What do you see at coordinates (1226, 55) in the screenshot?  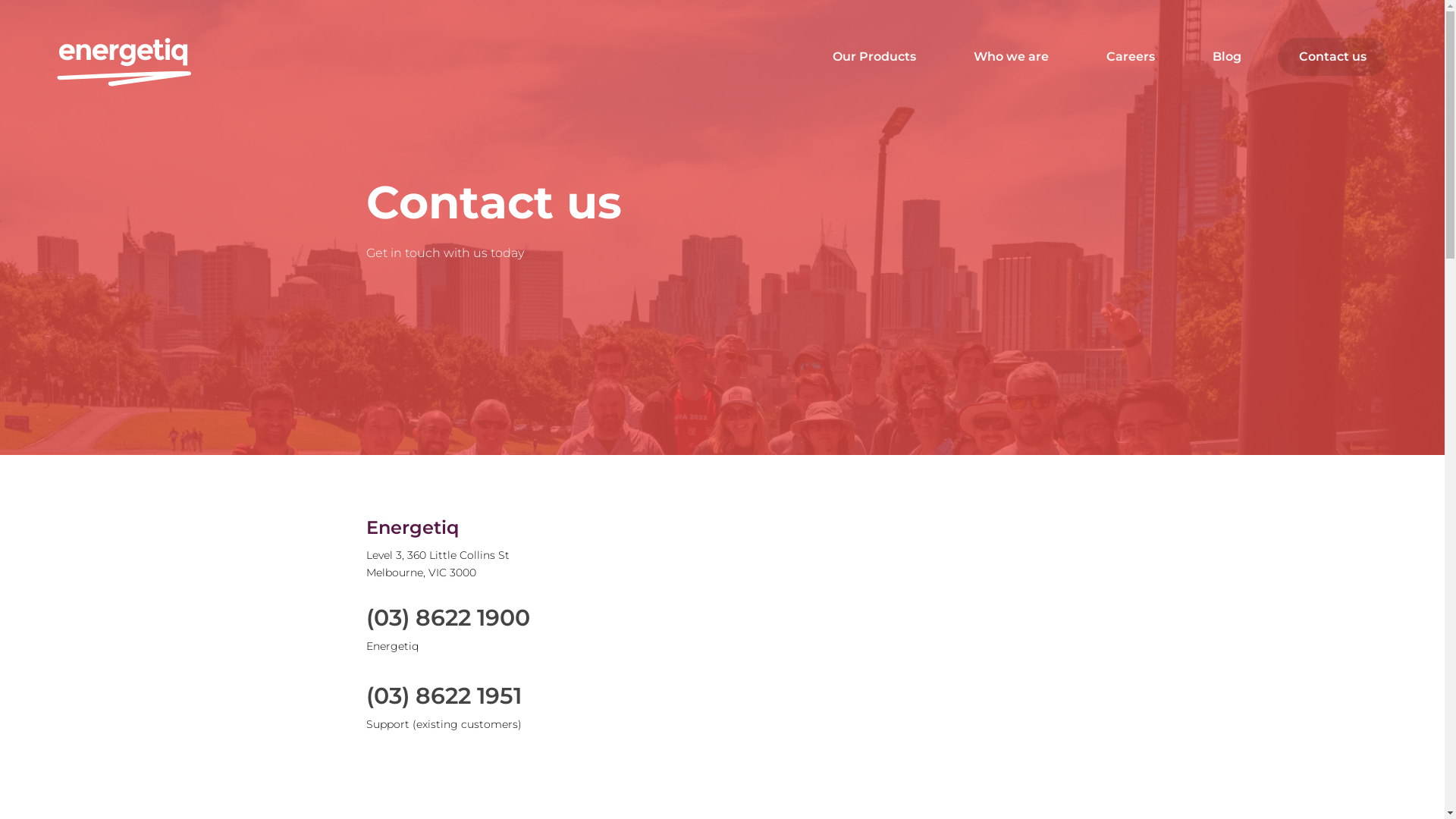 I see `'Blog'` at bounding box center [1226, 55].